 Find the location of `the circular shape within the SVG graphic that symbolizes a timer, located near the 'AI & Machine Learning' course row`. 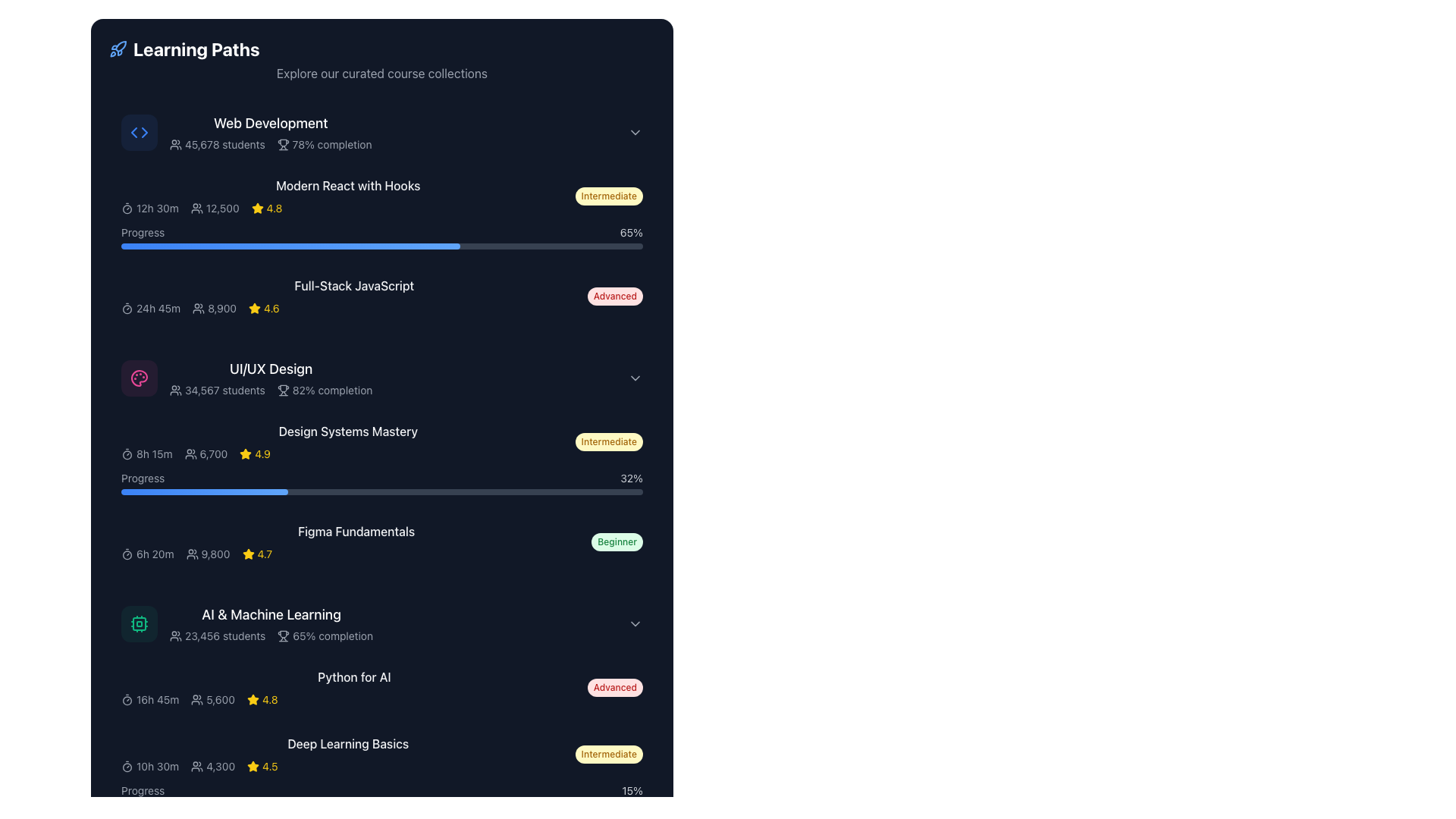

the circular shape within the SVG graphic that symbolizes a timer, located near the 'AI & Machine Learning' course row is located at coordinates (127, 701).